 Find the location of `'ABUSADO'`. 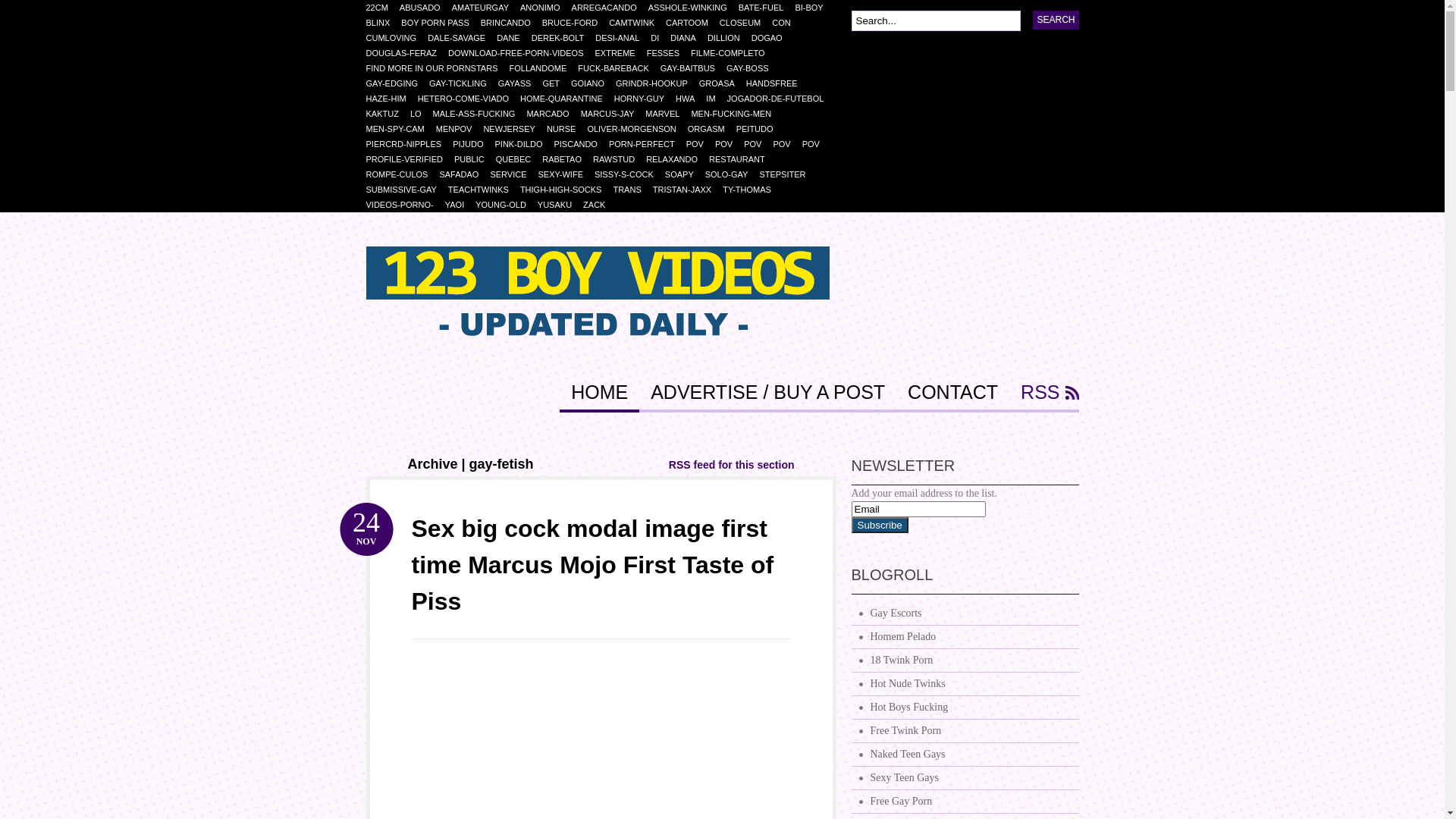

'ABUSADO' is located at coordinates (425, 8).